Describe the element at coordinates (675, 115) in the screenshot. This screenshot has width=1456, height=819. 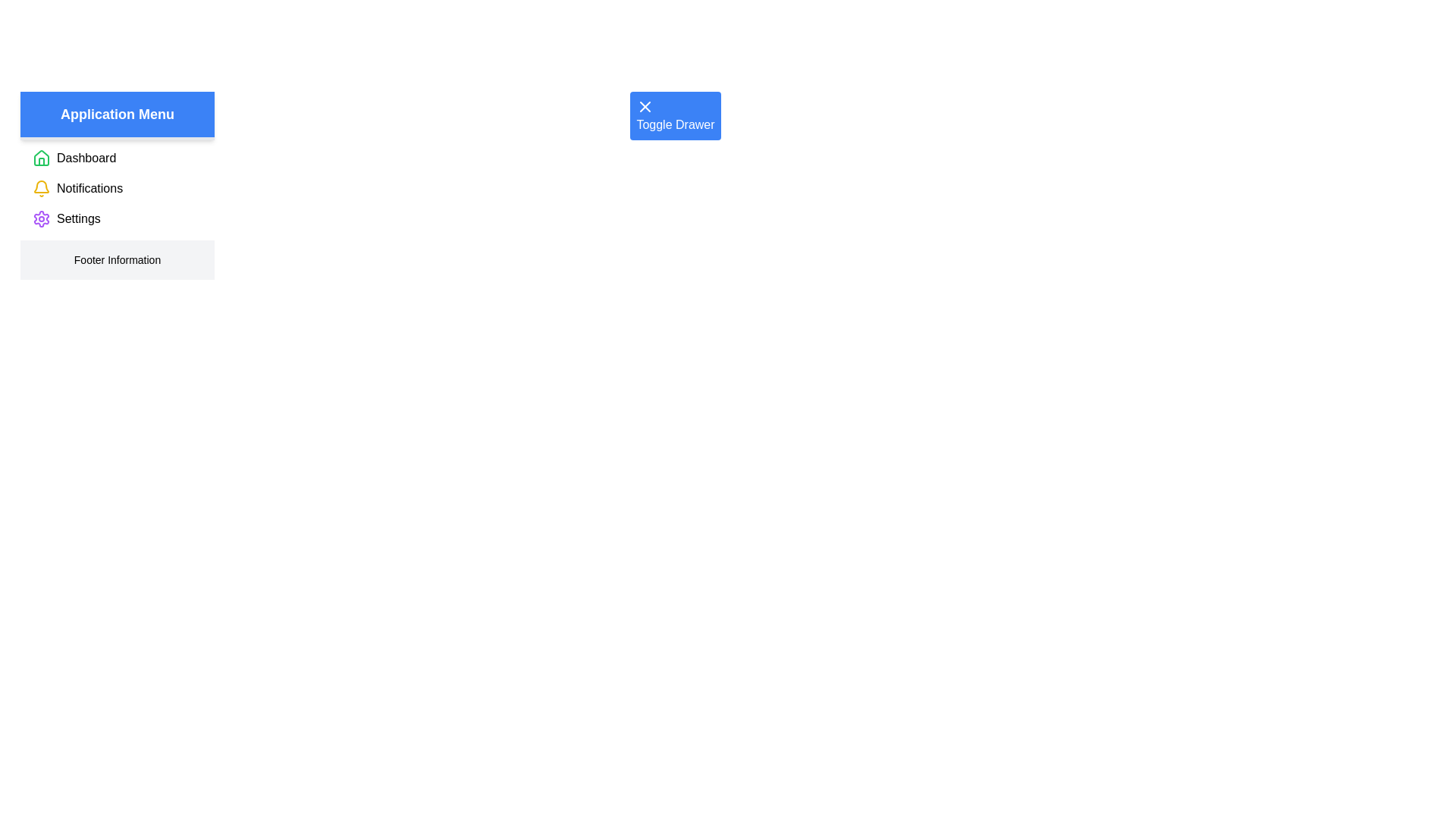
I see `the 'Toggle Drawer' button to toggle the drawer state` at that location.